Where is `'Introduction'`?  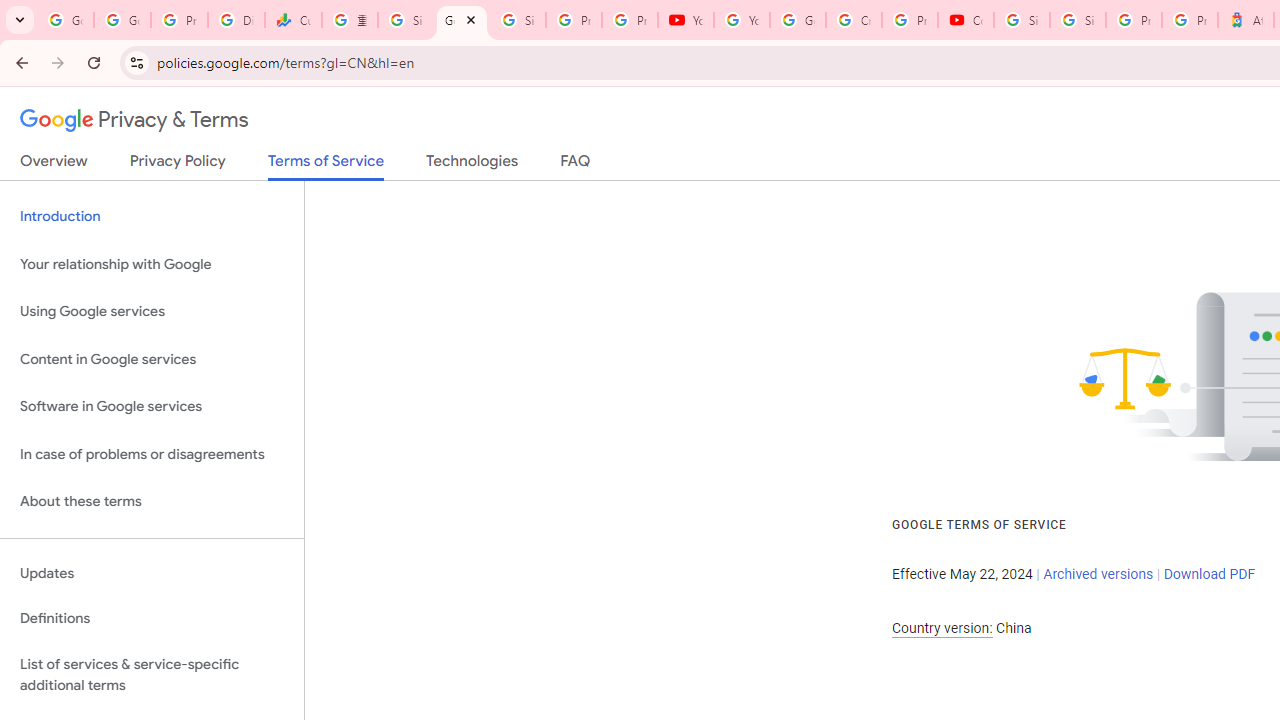 'Introduction' is located at coordinates (151, 217).